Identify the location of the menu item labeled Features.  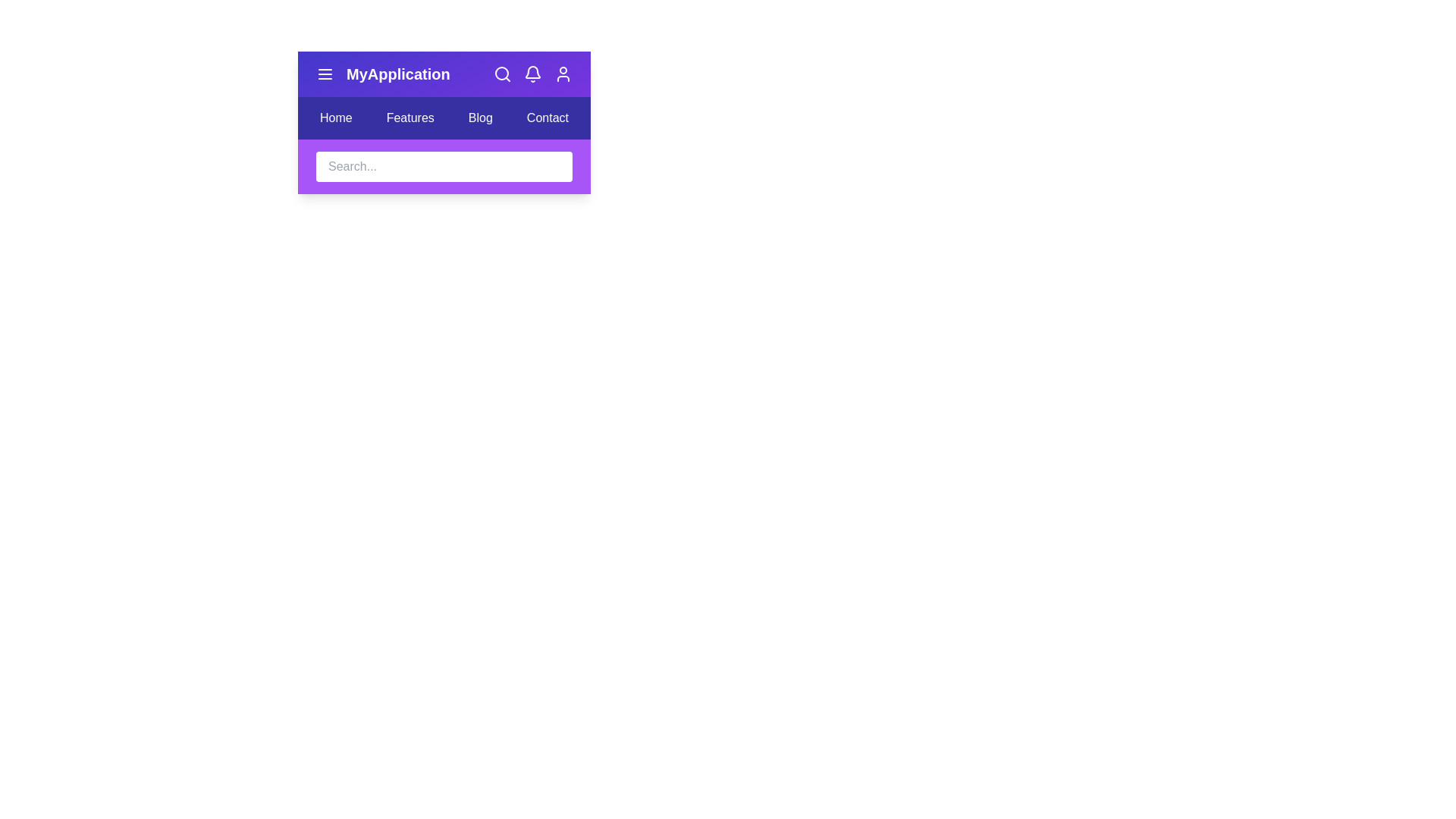
(410, 117).